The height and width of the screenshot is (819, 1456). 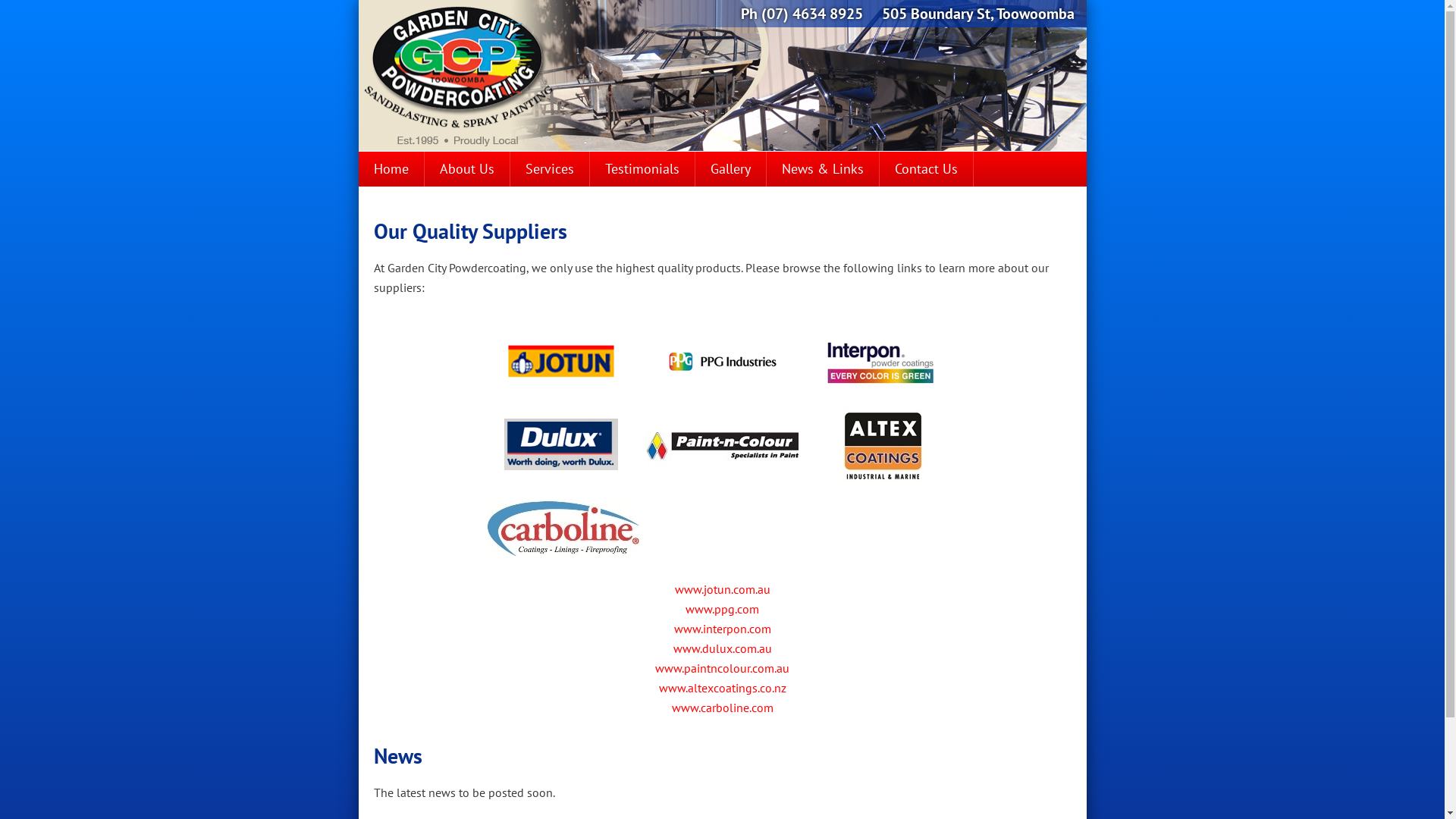 I want to click on 'Services', so click(x=510, y=169).